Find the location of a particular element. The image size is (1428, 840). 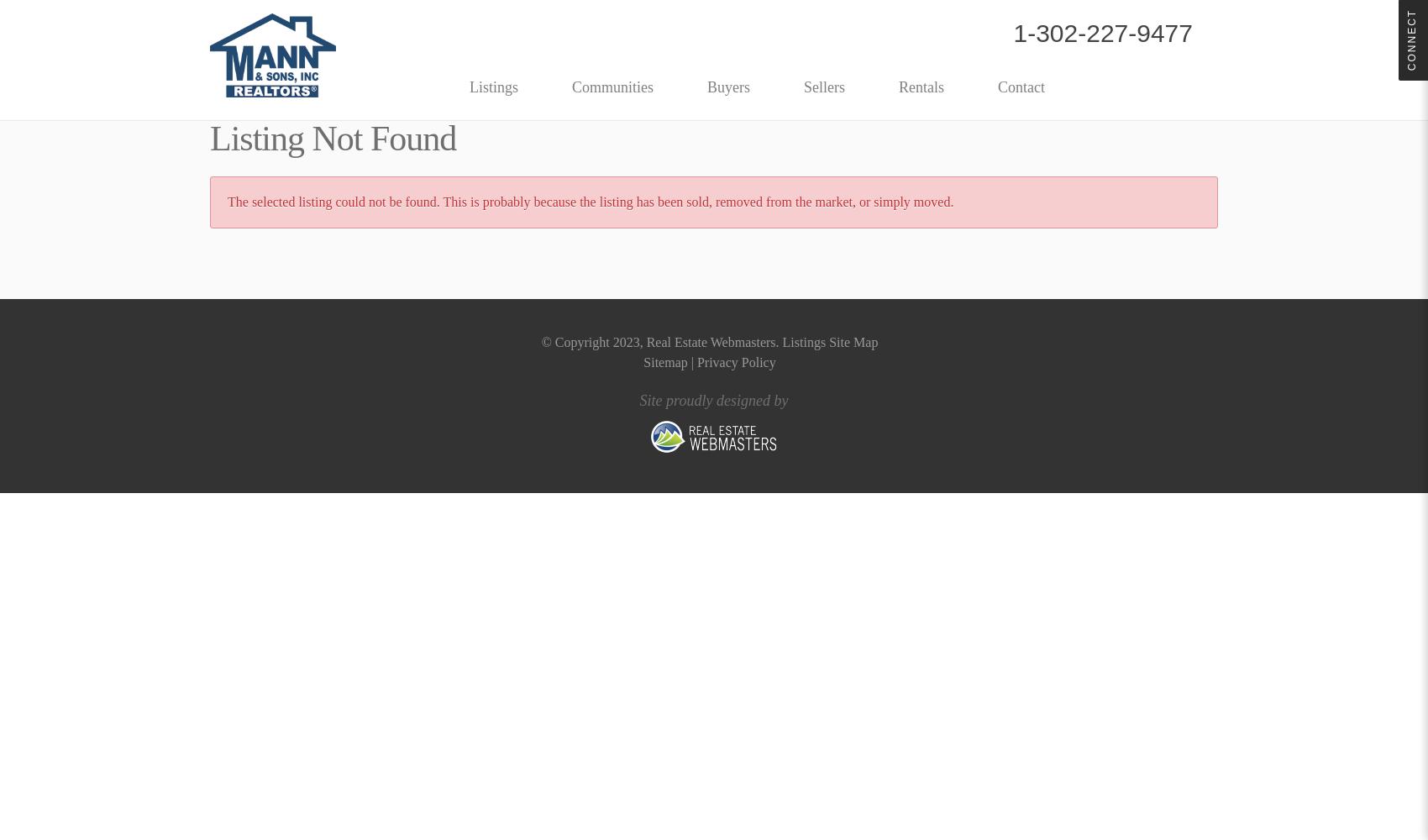

'Privacy Policy' is located at coordinates (736, 362).